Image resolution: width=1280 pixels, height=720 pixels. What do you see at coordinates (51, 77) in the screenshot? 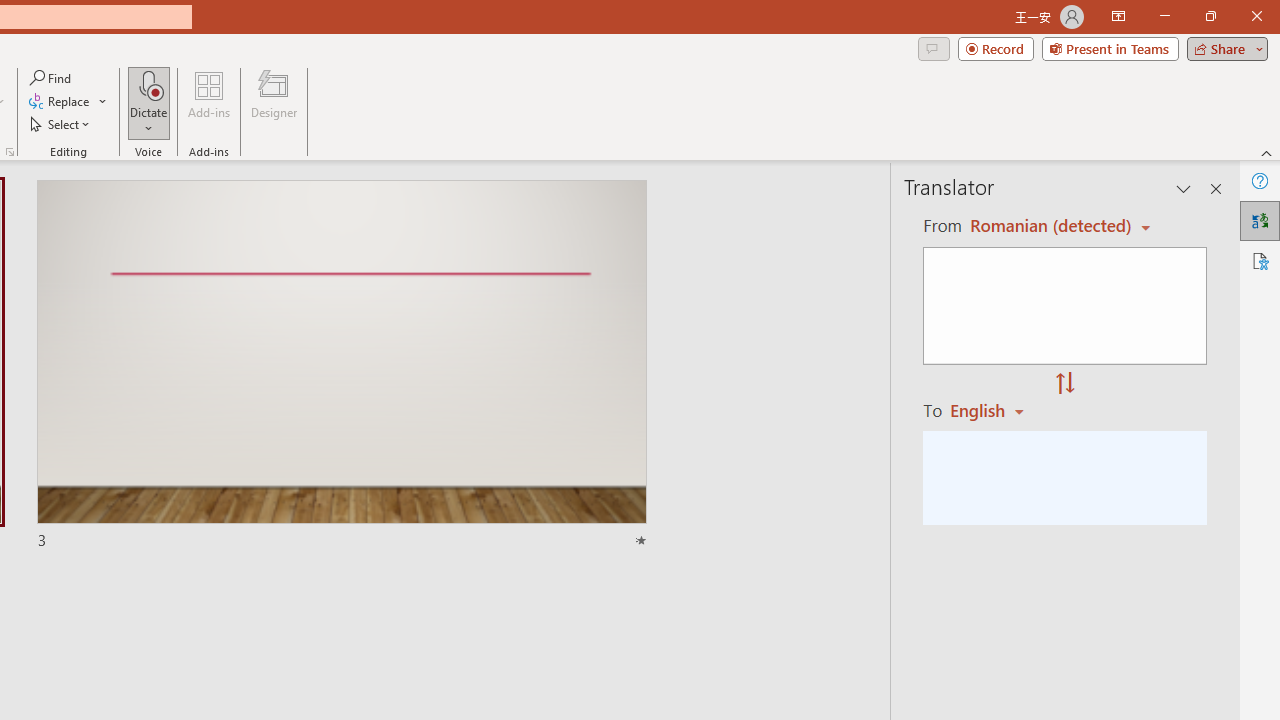
I see `'Find...'` at bounding box center [51, 77].